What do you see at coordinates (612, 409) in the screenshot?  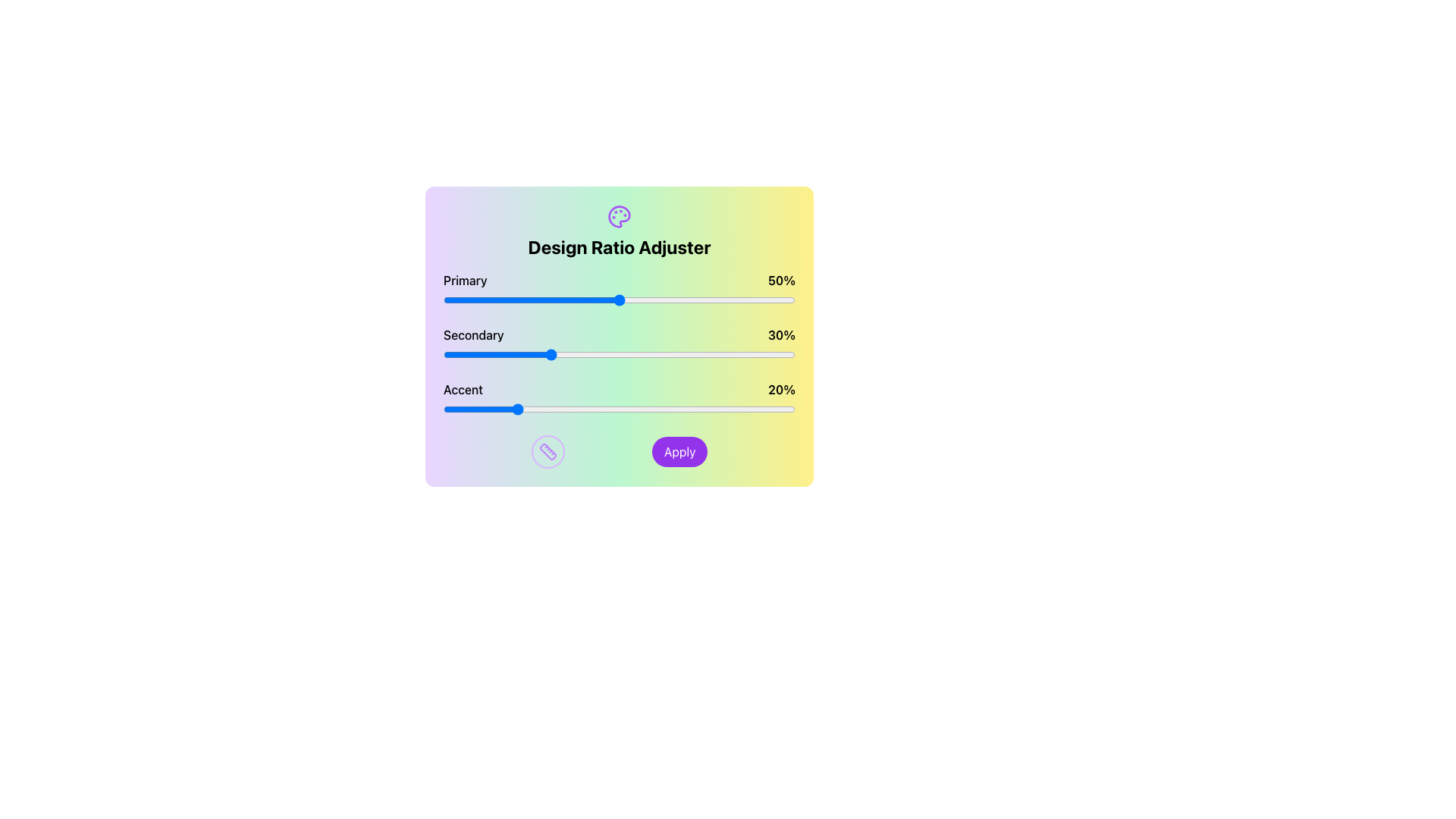 I see `the accent ratio slider` at bounding box center [612, 409].